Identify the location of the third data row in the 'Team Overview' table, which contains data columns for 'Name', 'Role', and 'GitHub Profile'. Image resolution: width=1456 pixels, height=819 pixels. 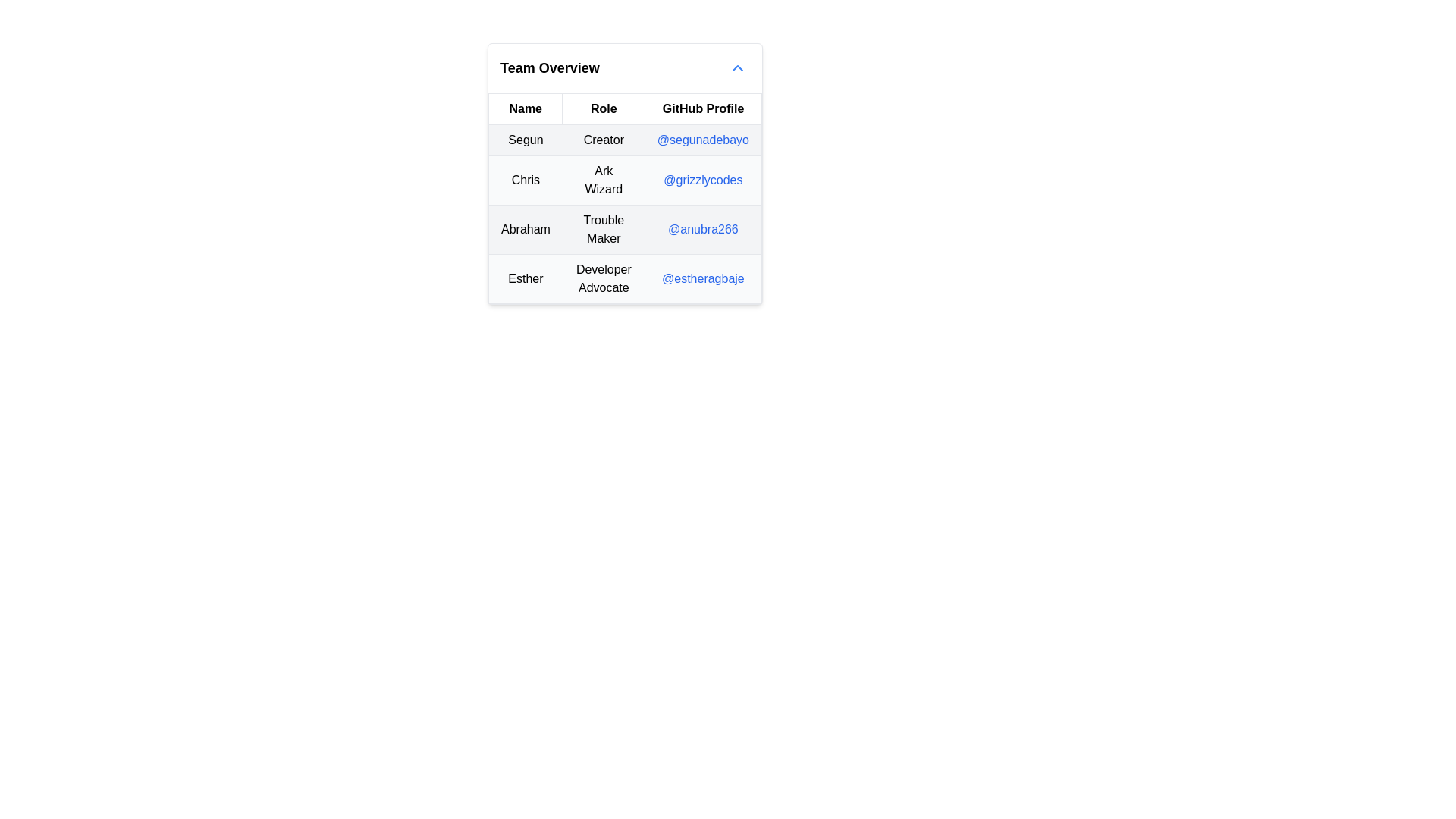
(625, 214).